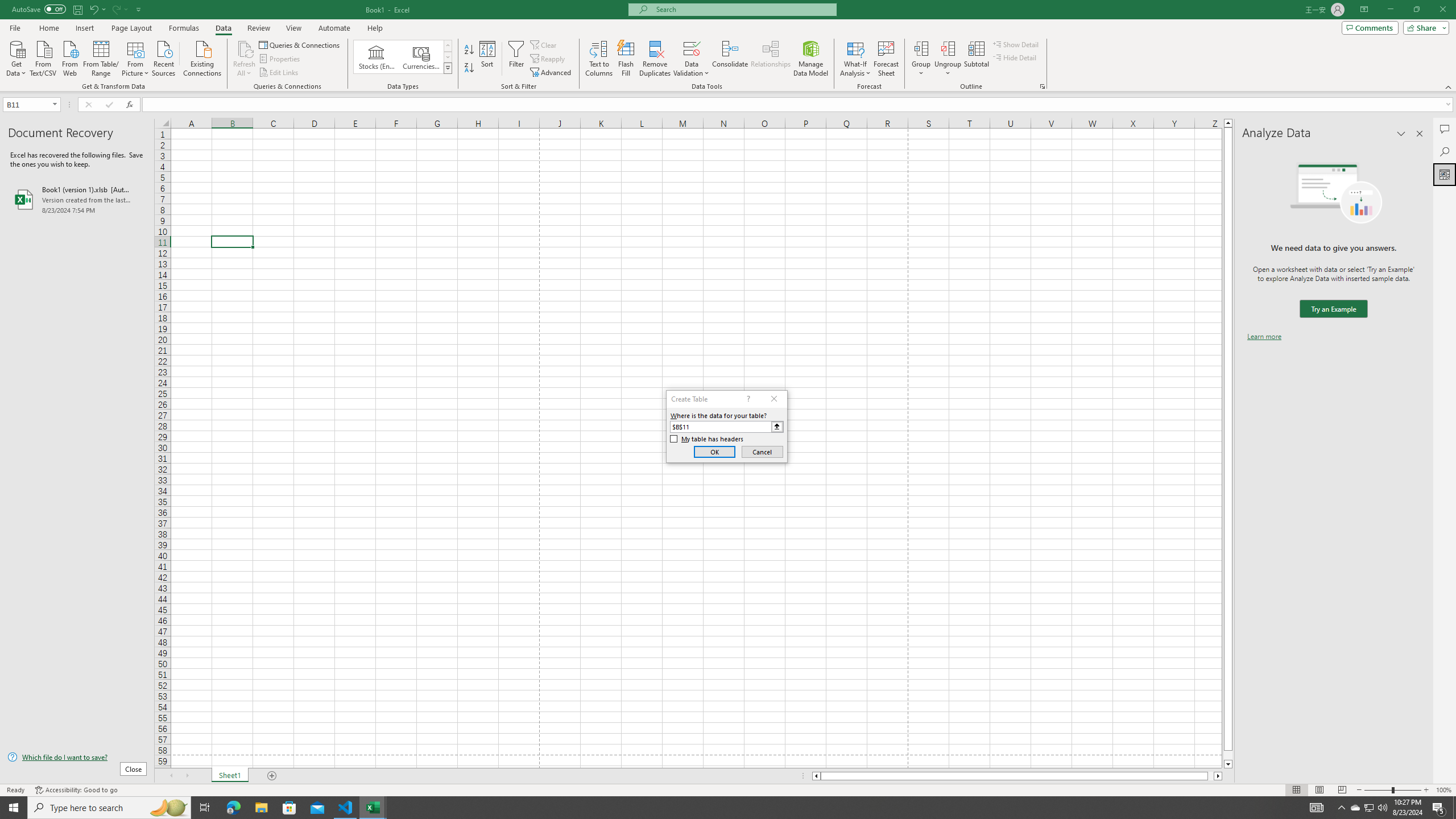  What do you see at coordinates (1228, 122) in the screenshot?
I see `'Line up'` at bounding box center [1228, 122].